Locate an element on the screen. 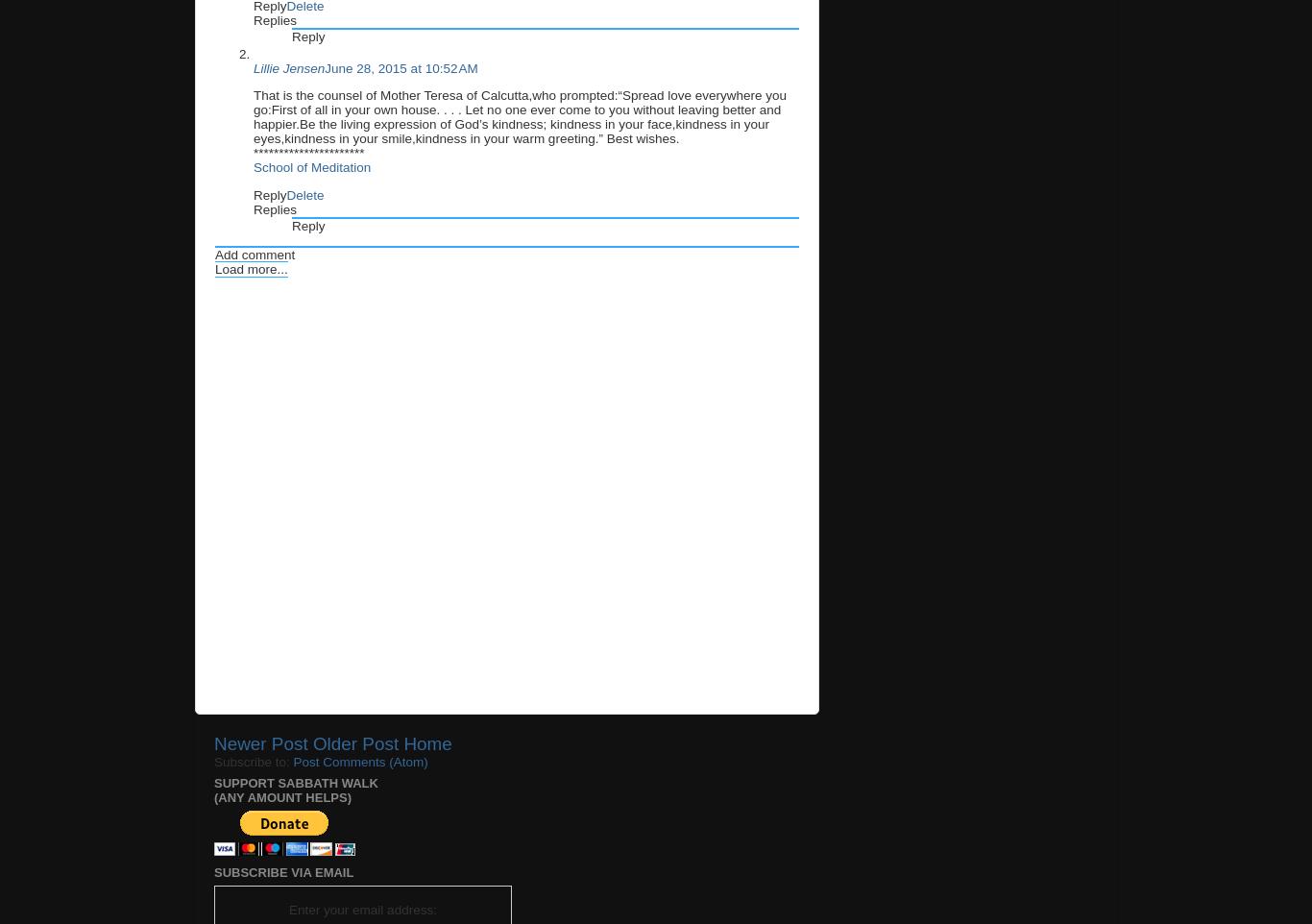  'Add comment' is located at coordinates (255, 255).